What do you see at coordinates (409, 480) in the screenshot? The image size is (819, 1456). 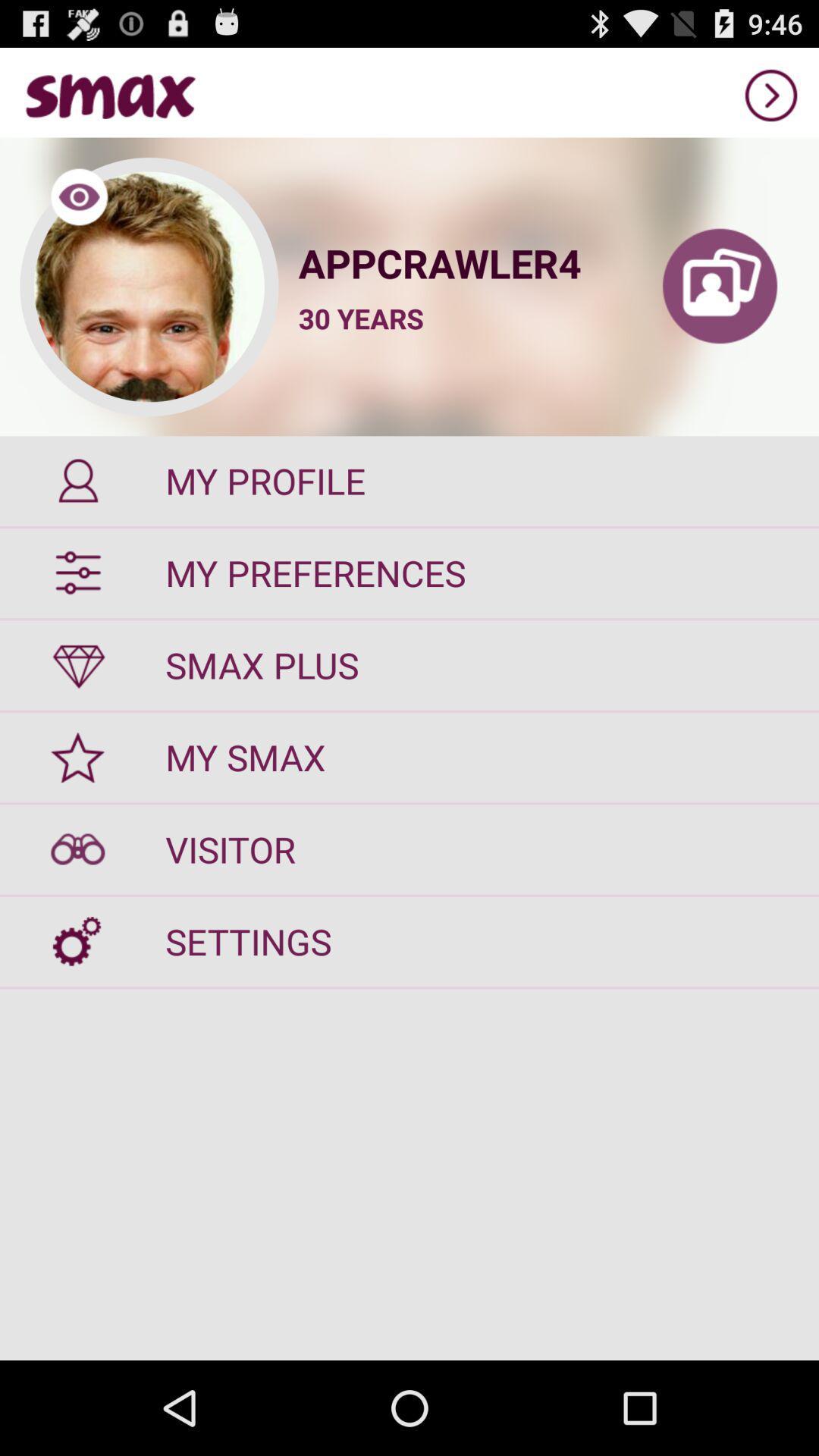 I see `the my profile icon` at bounding box center [409, 480].